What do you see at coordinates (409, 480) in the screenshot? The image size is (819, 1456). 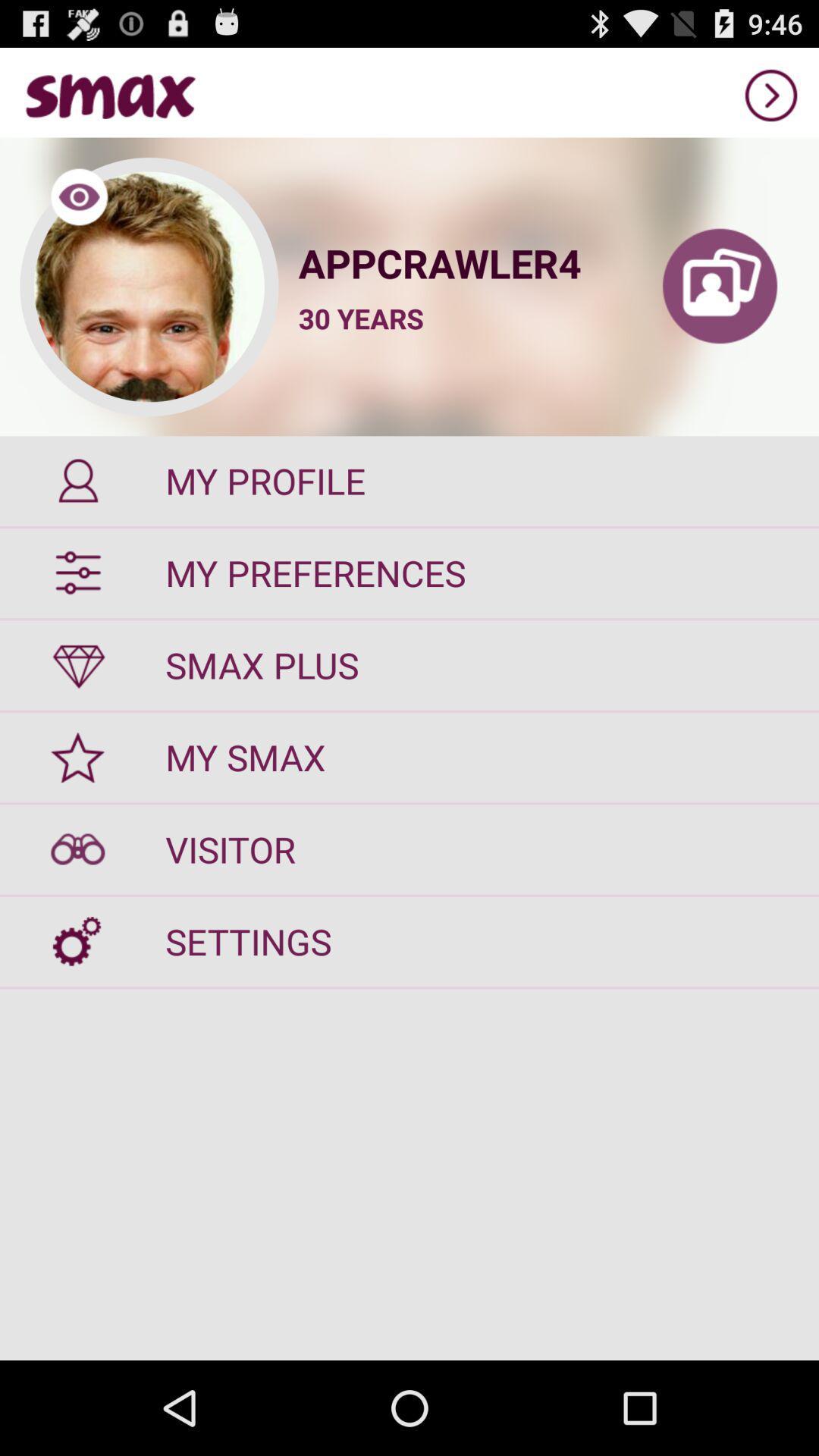 I see `the my profile icon` at bounding box center [409, 480].